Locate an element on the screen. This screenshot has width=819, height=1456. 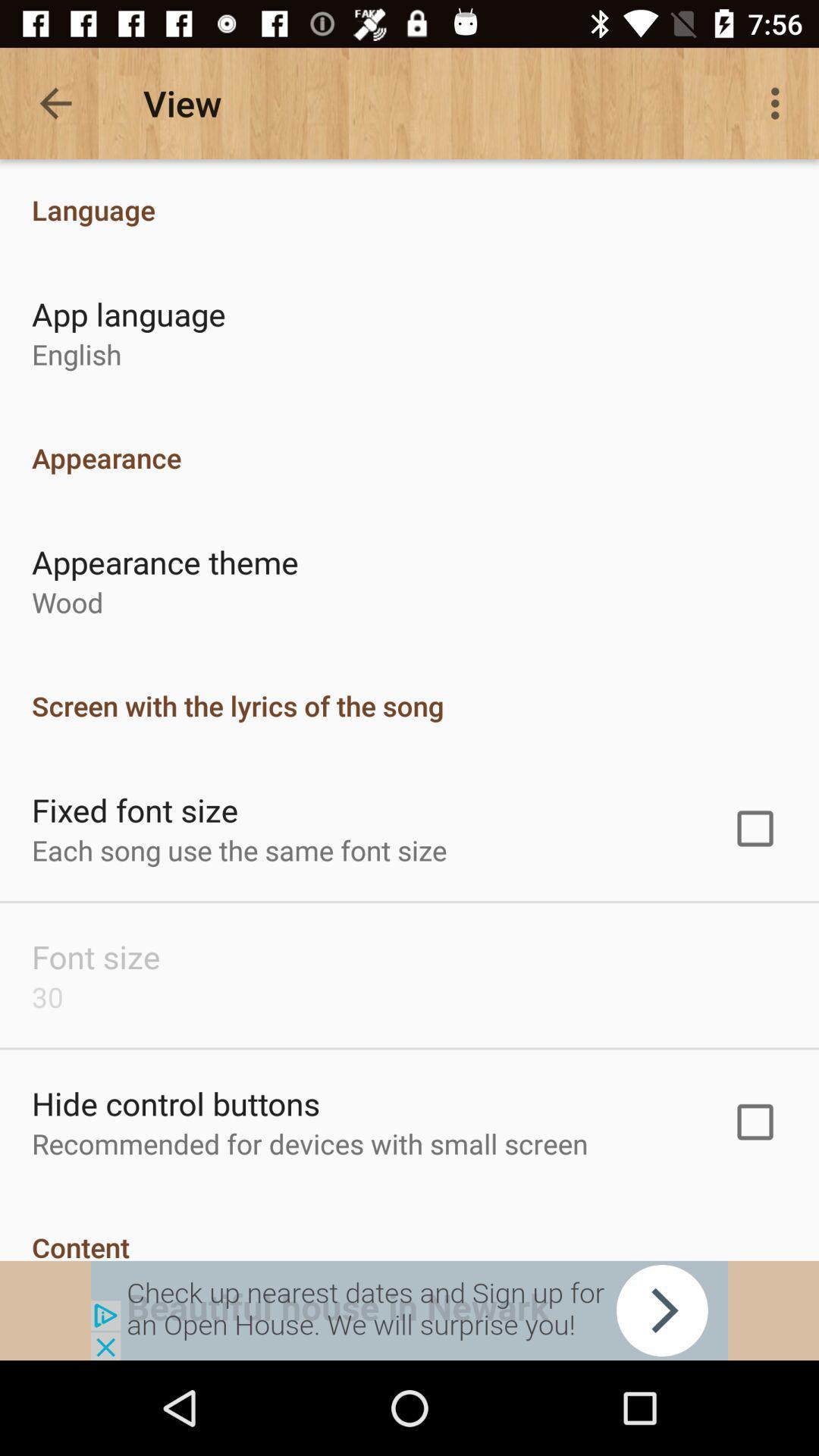
next step to click this option is located at coordinates (409, 1310).